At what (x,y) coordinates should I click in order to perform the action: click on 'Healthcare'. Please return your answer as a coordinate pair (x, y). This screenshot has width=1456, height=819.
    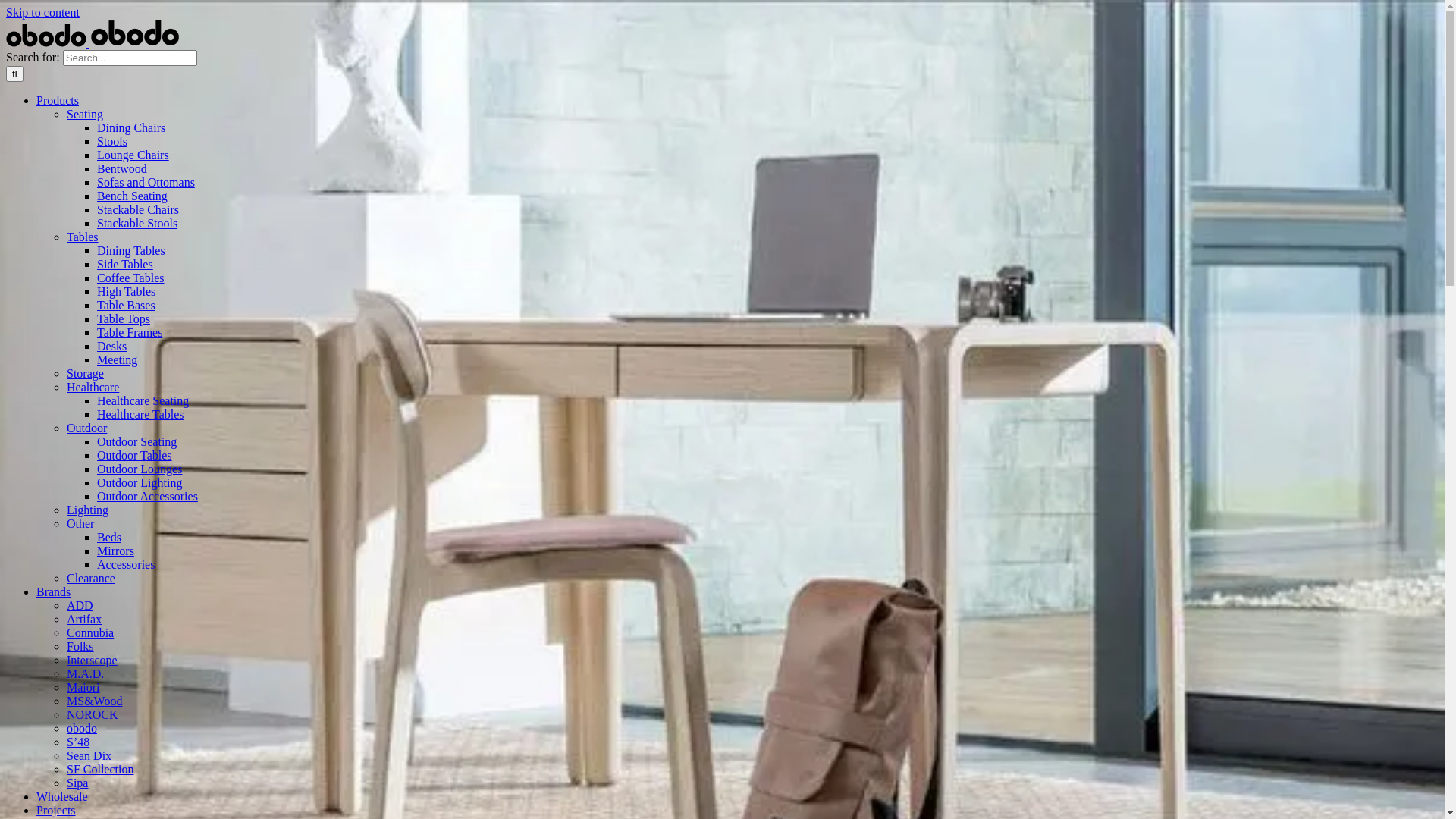
    Looking at the image, I should click on (92, 386).